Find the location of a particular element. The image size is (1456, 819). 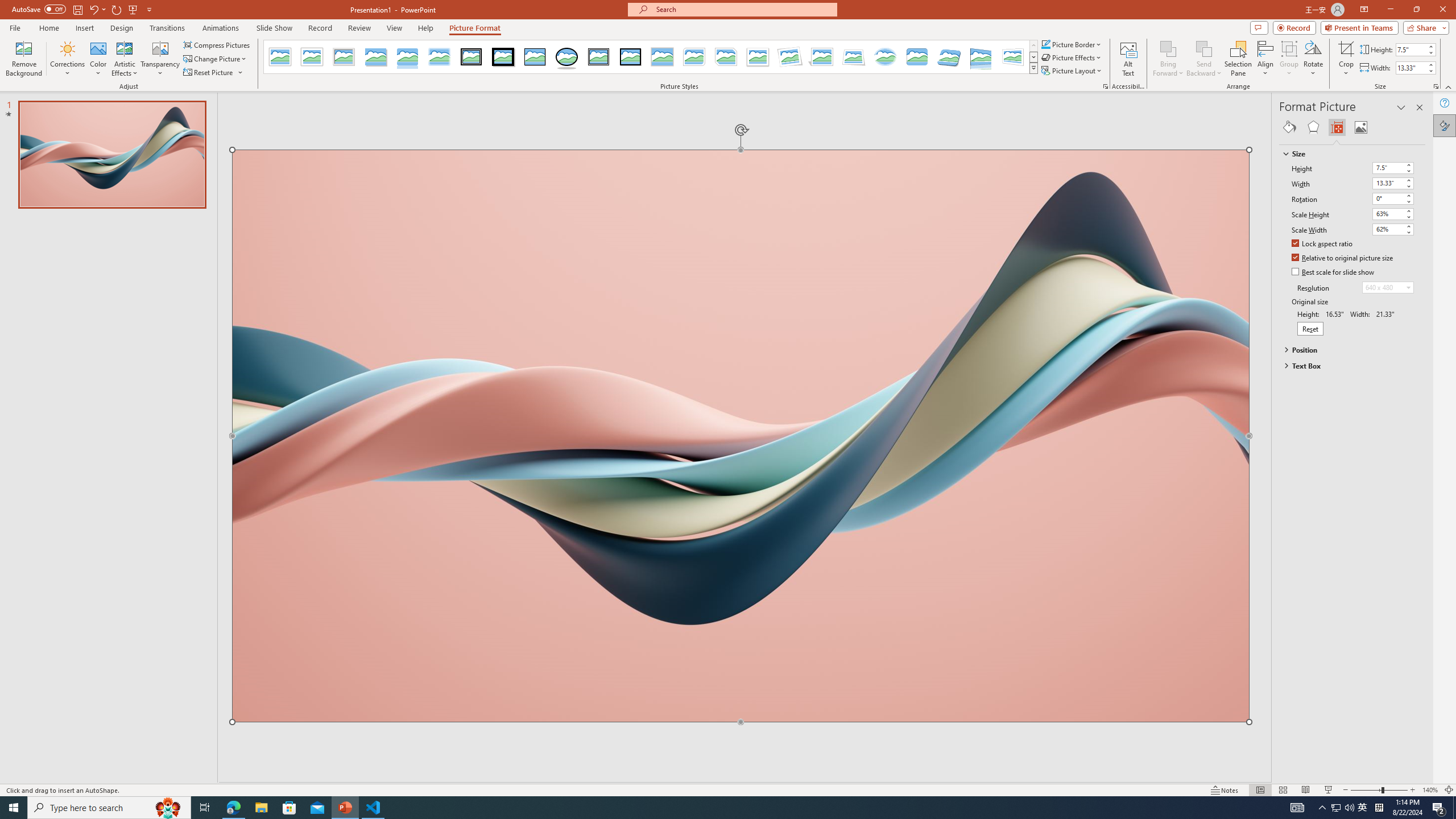

'Crop' is located at coordinates (1345, 59).